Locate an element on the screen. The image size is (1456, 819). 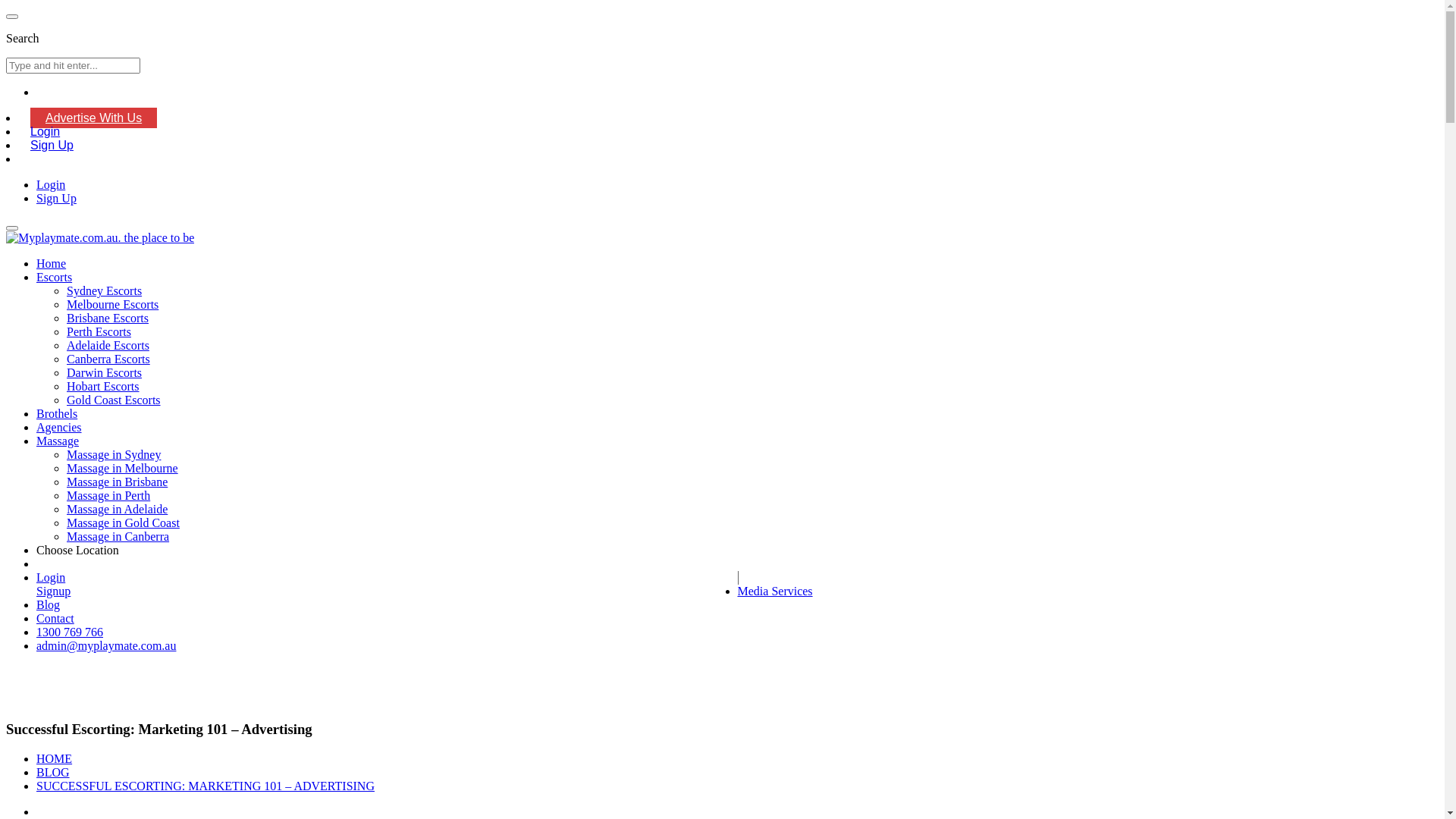
'Gold Coast Escorts' is located at coordinates (112, 399).